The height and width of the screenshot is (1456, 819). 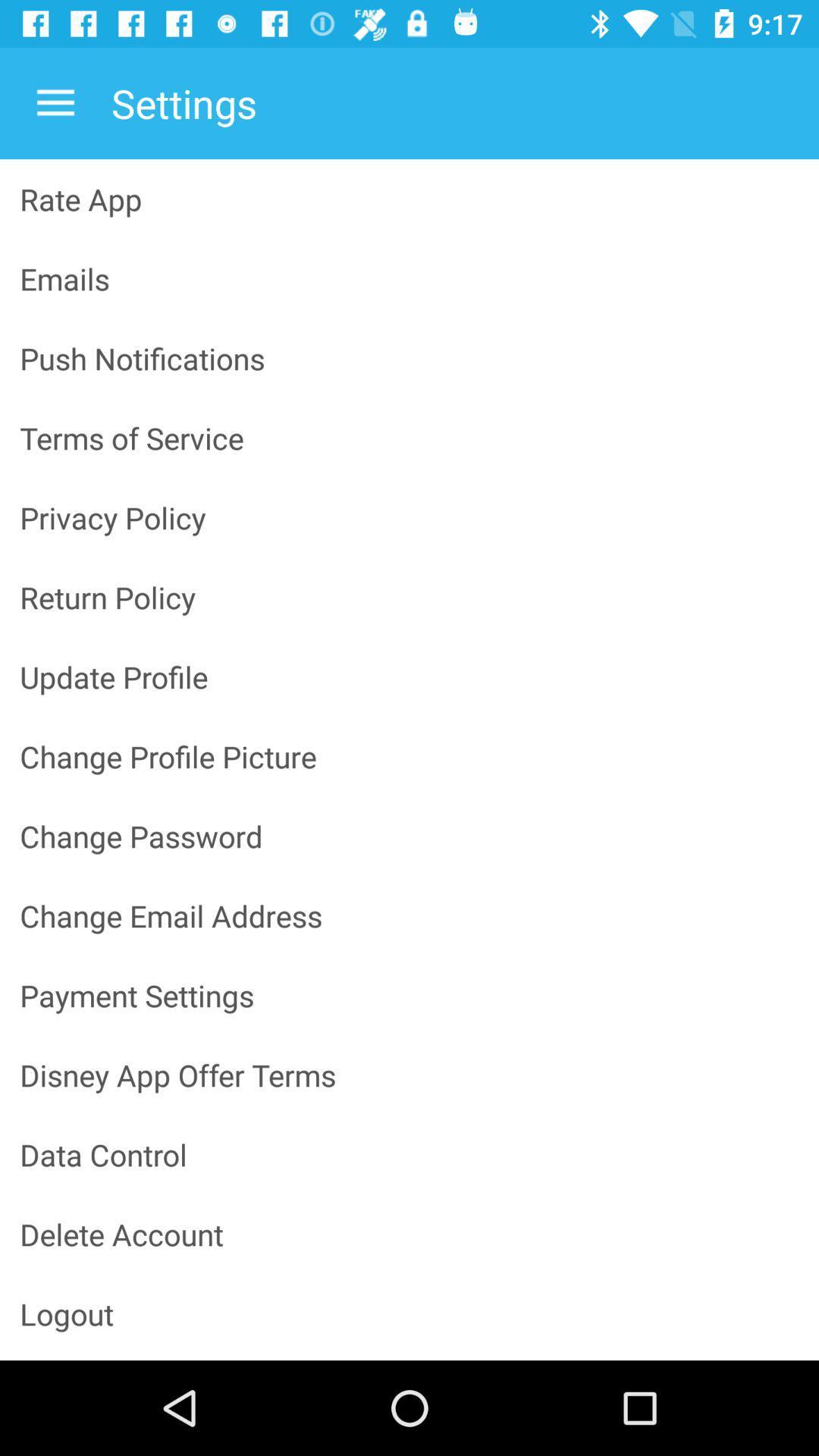 What do you see at coordinates (409, 995) in the screenshot?
I see `the payment settings icon` at bounding box center [409, 995].